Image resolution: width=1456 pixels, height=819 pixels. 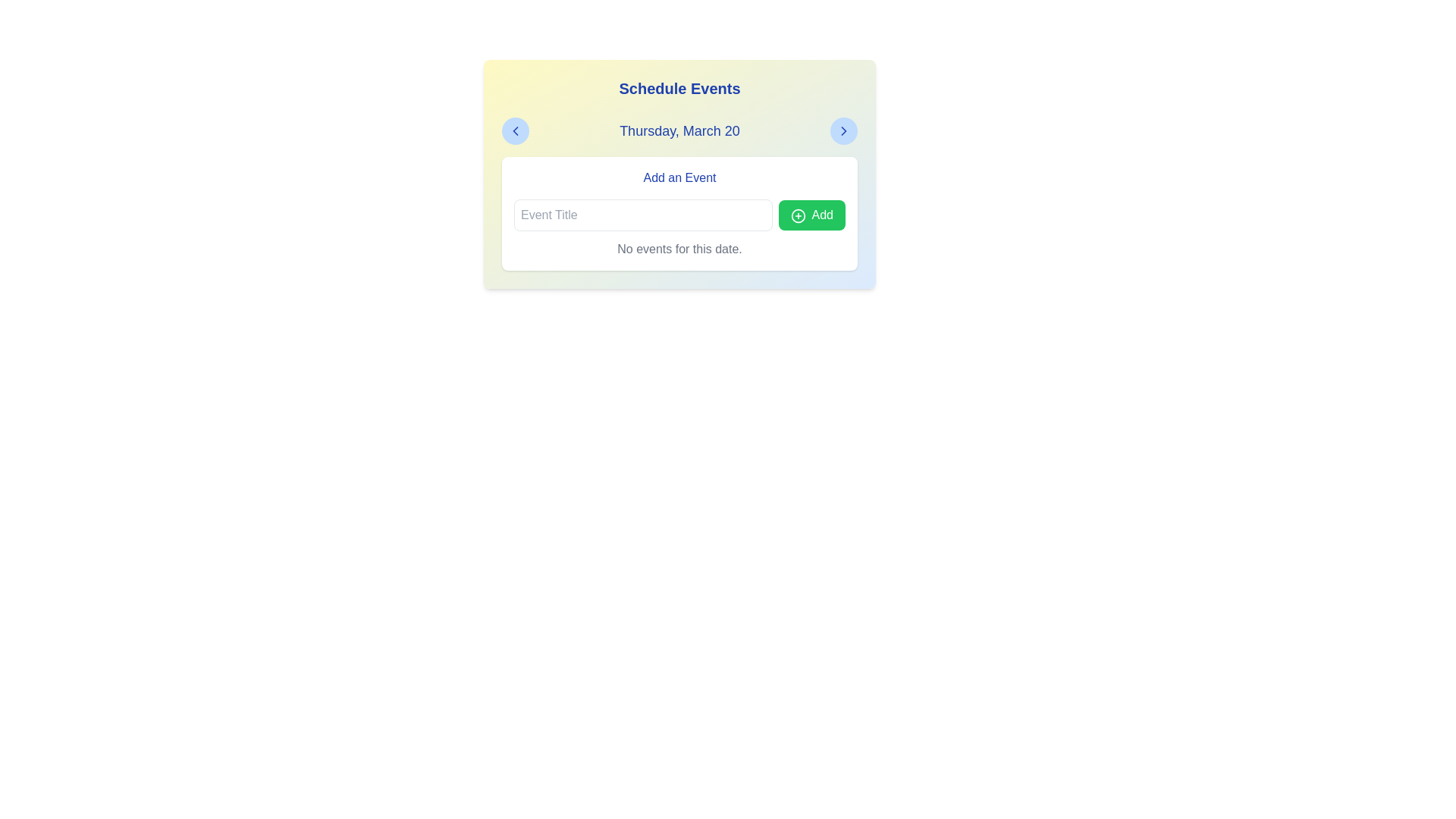 I want to click on the circular button with a blue background and a right-pointing chevron icon, so click(x=843, y=130).